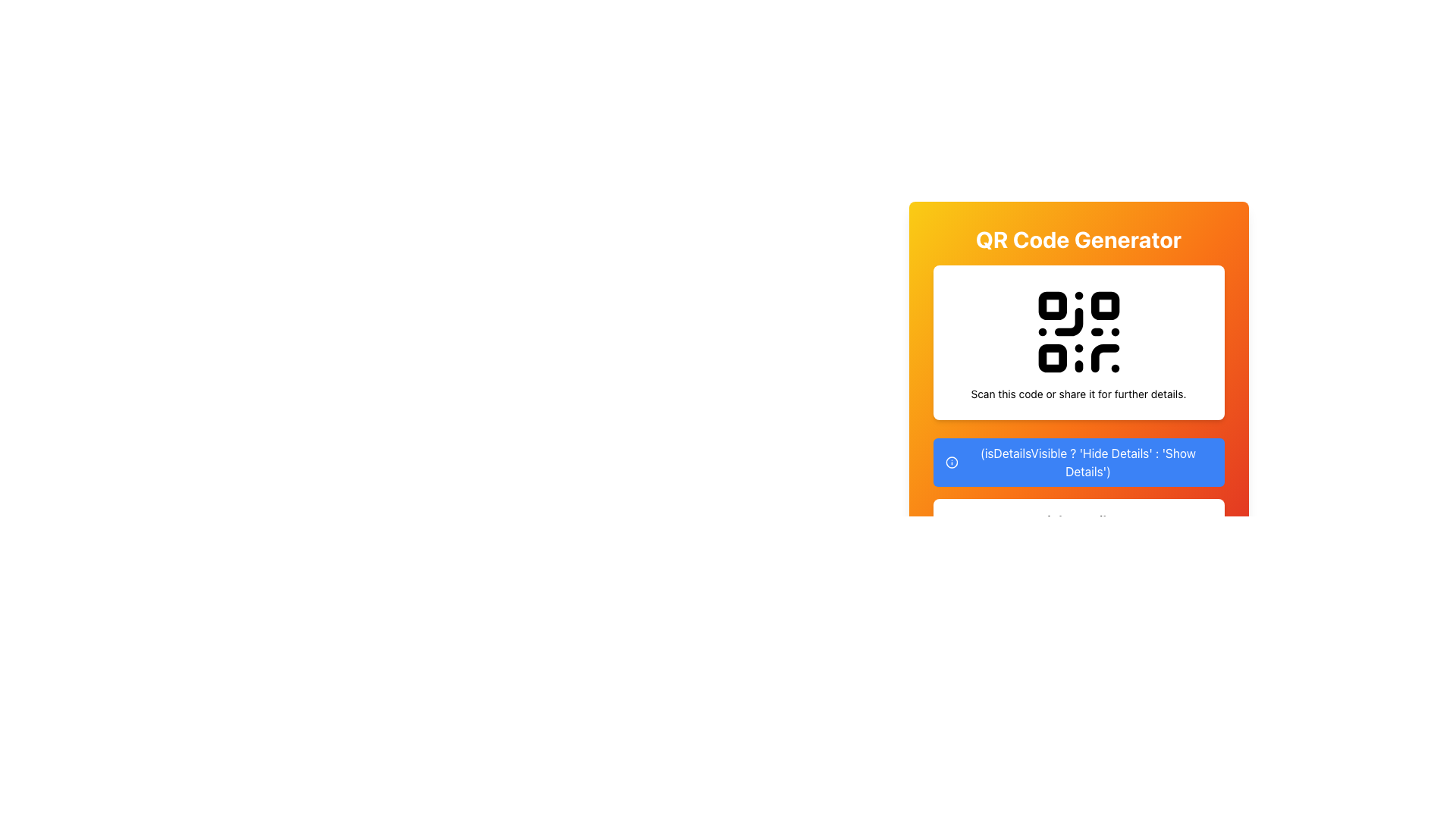 This screenshot has width=1456, height=819. What do you see at coordinates (1078, 461) in the screenshot?
I see `the blue rectangular button with rounded corners that toggles visibility of details, displaying either 'Hide Details' or 'Show Details'` at bounding box center [1078, 461].